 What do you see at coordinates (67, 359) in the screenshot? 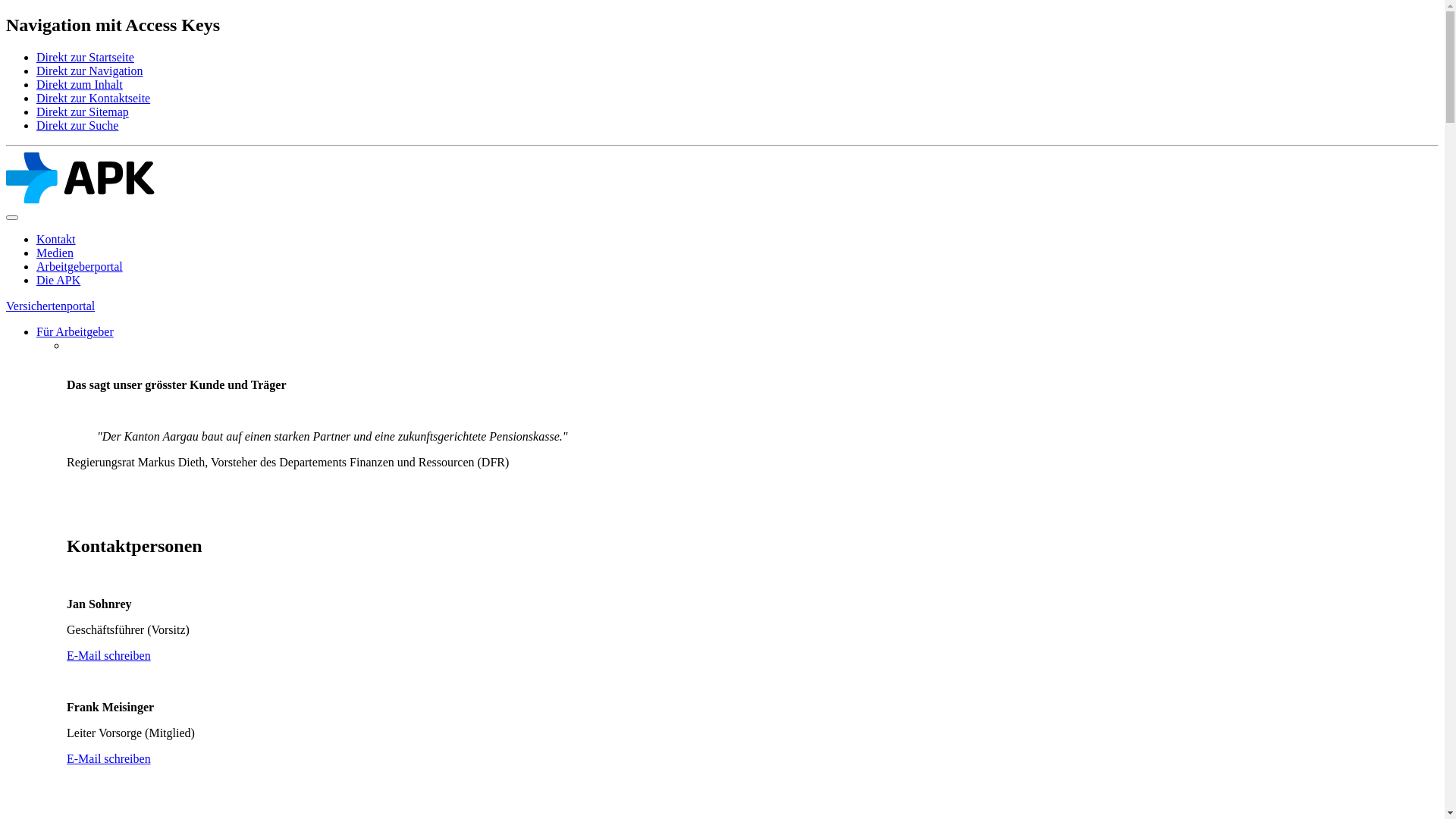
I see `' '` at bounding box center [67, 359].